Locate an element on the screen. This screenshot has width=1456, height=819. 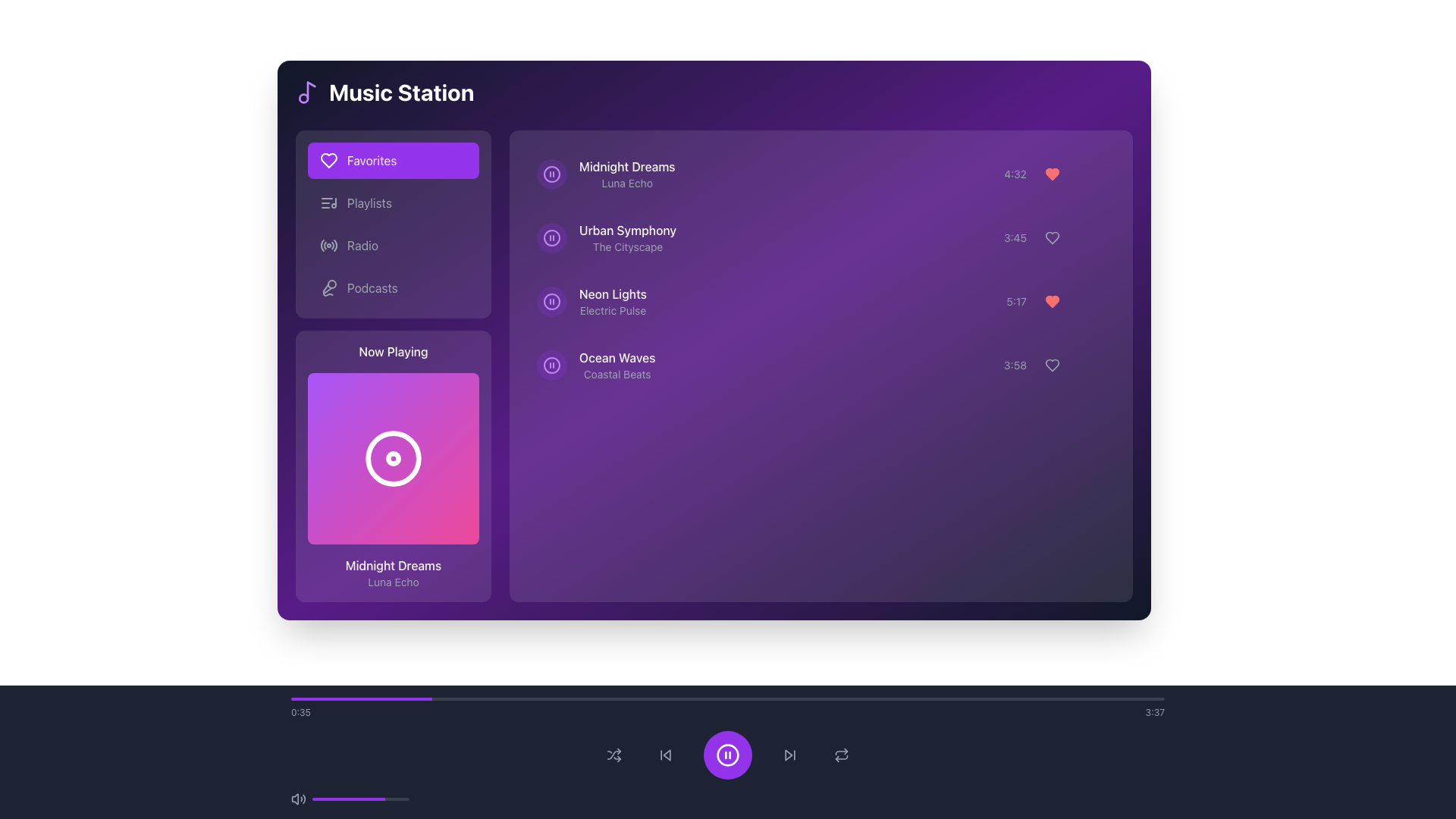
the fourth button in the vertical list of buttons in the left sidebar, which is positioned beneath the 'Radio' button and above the 'Now Playing' section, to change its appearance is located at coordinates (393, 288).